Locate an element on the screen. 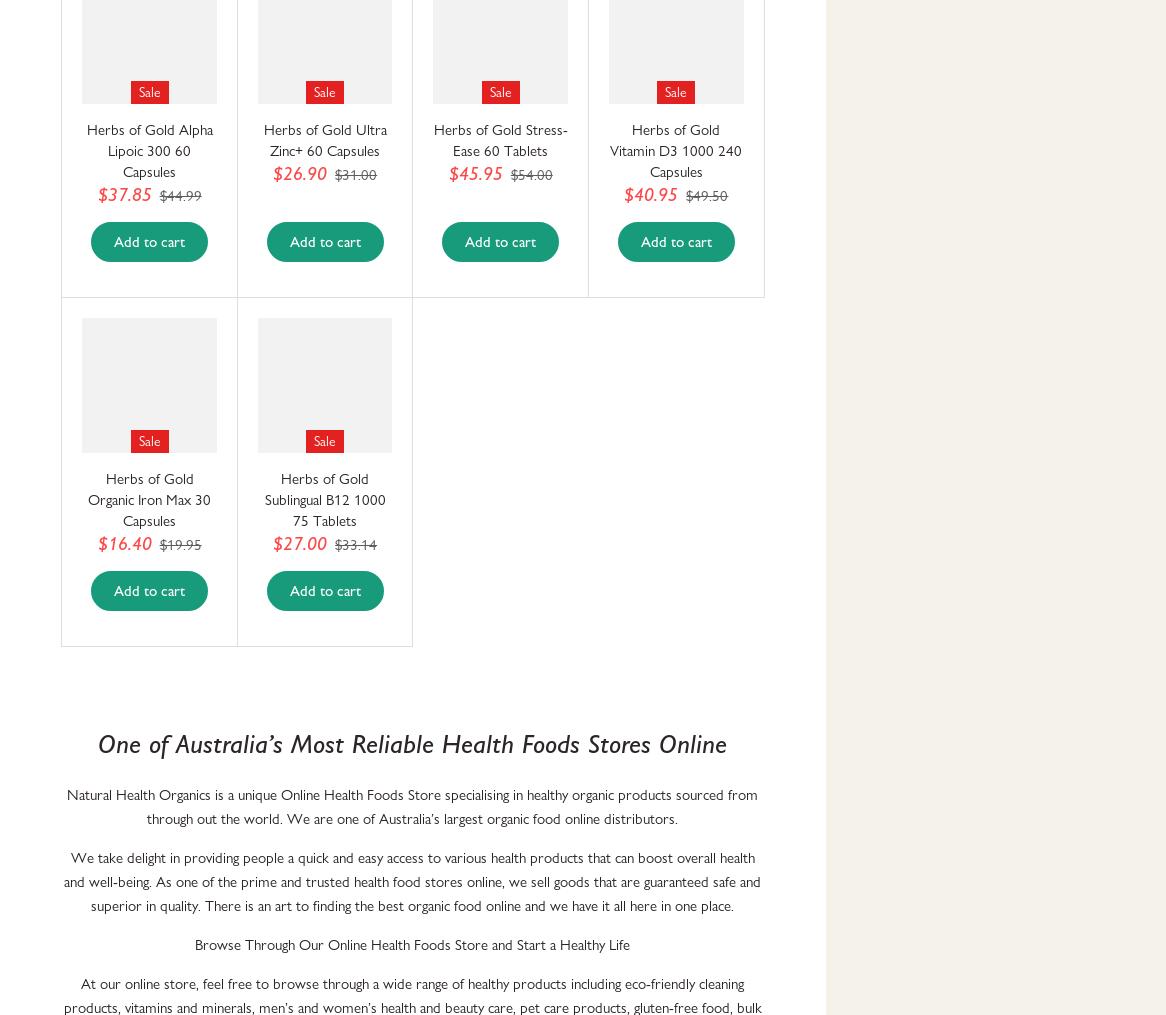  '$40.95' is located at coordinates (649, 193).